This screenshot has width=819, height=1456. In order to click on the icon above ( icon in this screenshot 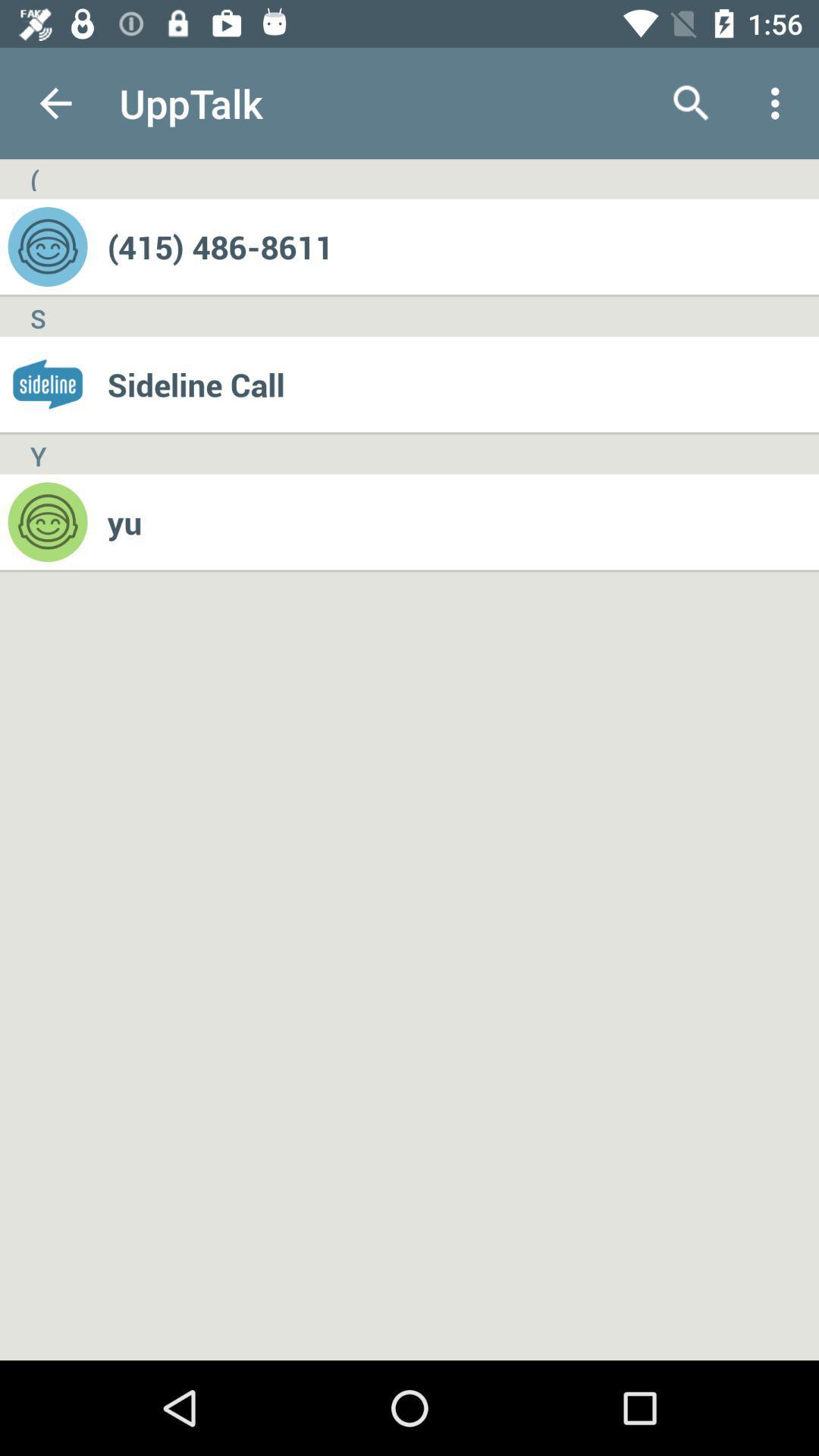, I will do `click(55, 102)`.